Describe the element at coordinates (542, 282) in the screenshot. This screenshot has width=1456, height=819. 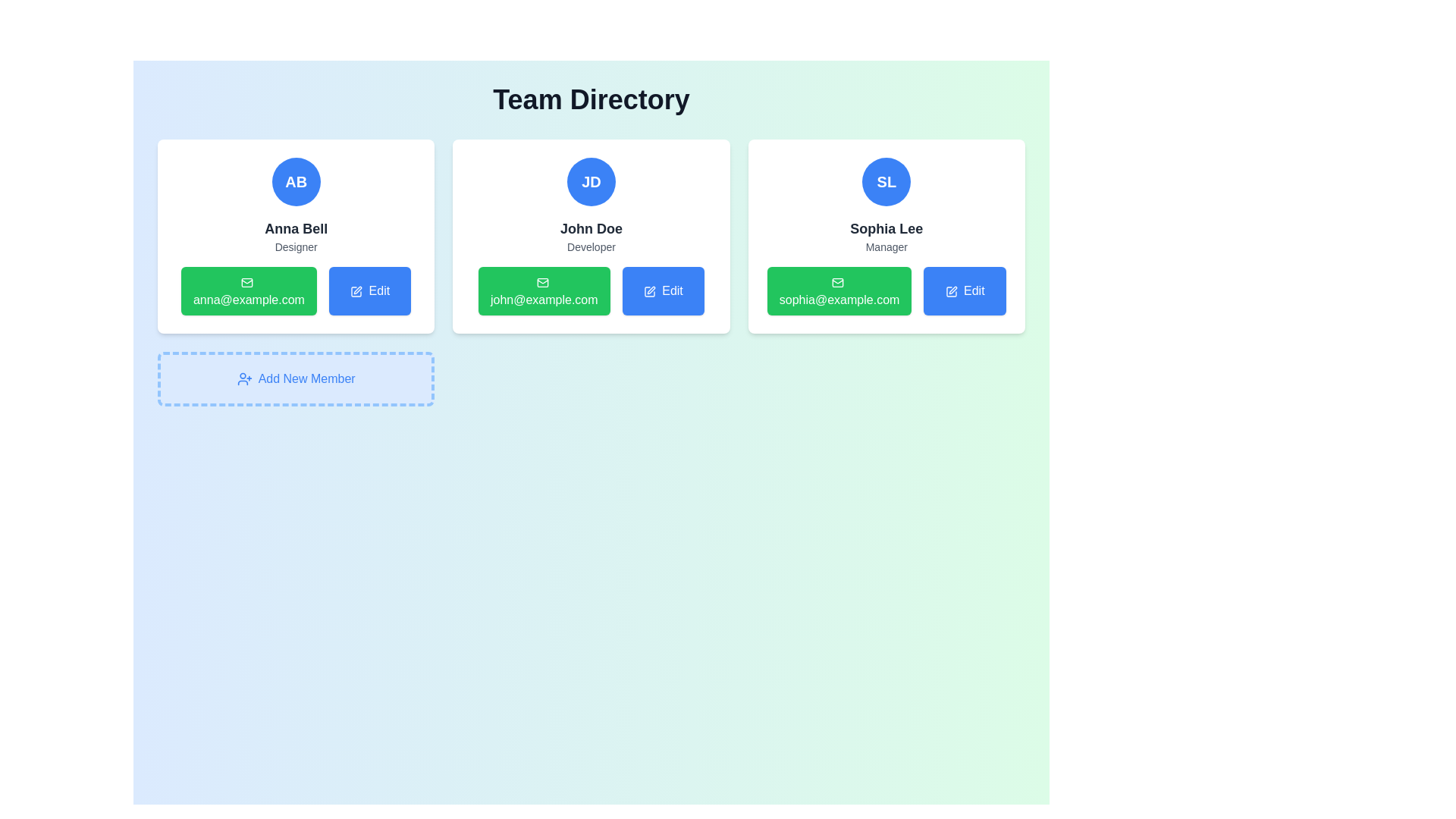
I see `the email icon within the green button labeled 'john@example.com', located below the profile for 'John Doe' in the second card from the left in the top row of the interface` at that location.